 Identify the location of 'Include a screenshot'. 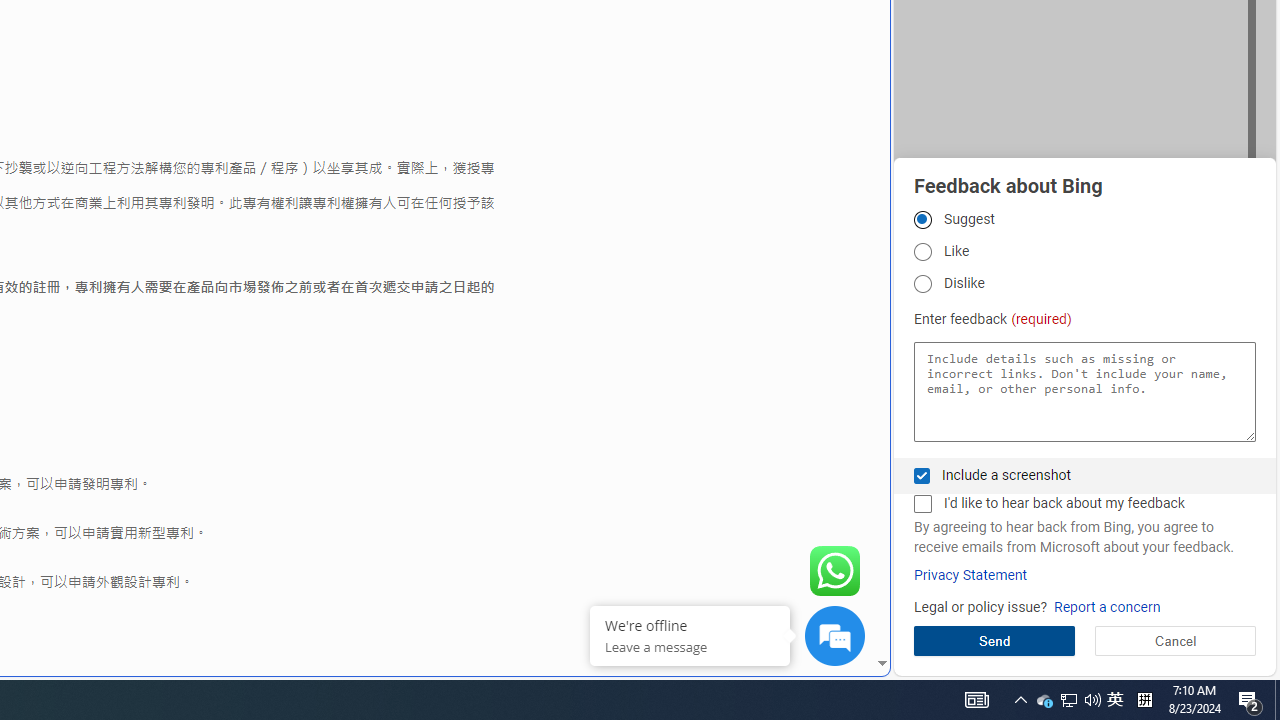
(921, 475).